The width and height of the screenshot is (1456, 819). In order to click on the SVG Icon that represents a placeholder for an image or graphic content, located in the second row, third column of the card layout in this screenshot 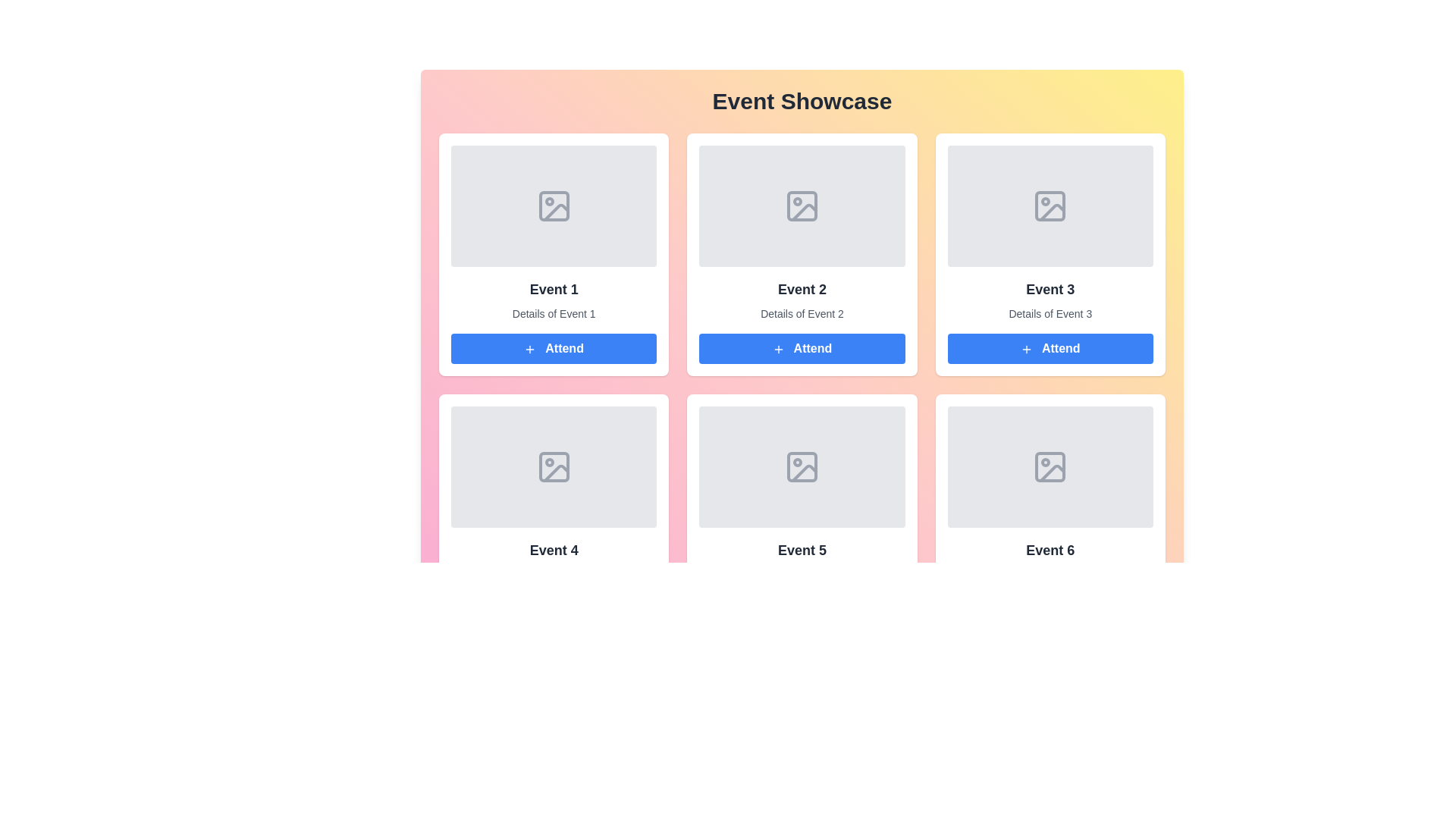, I will do `click(801, 466)`.